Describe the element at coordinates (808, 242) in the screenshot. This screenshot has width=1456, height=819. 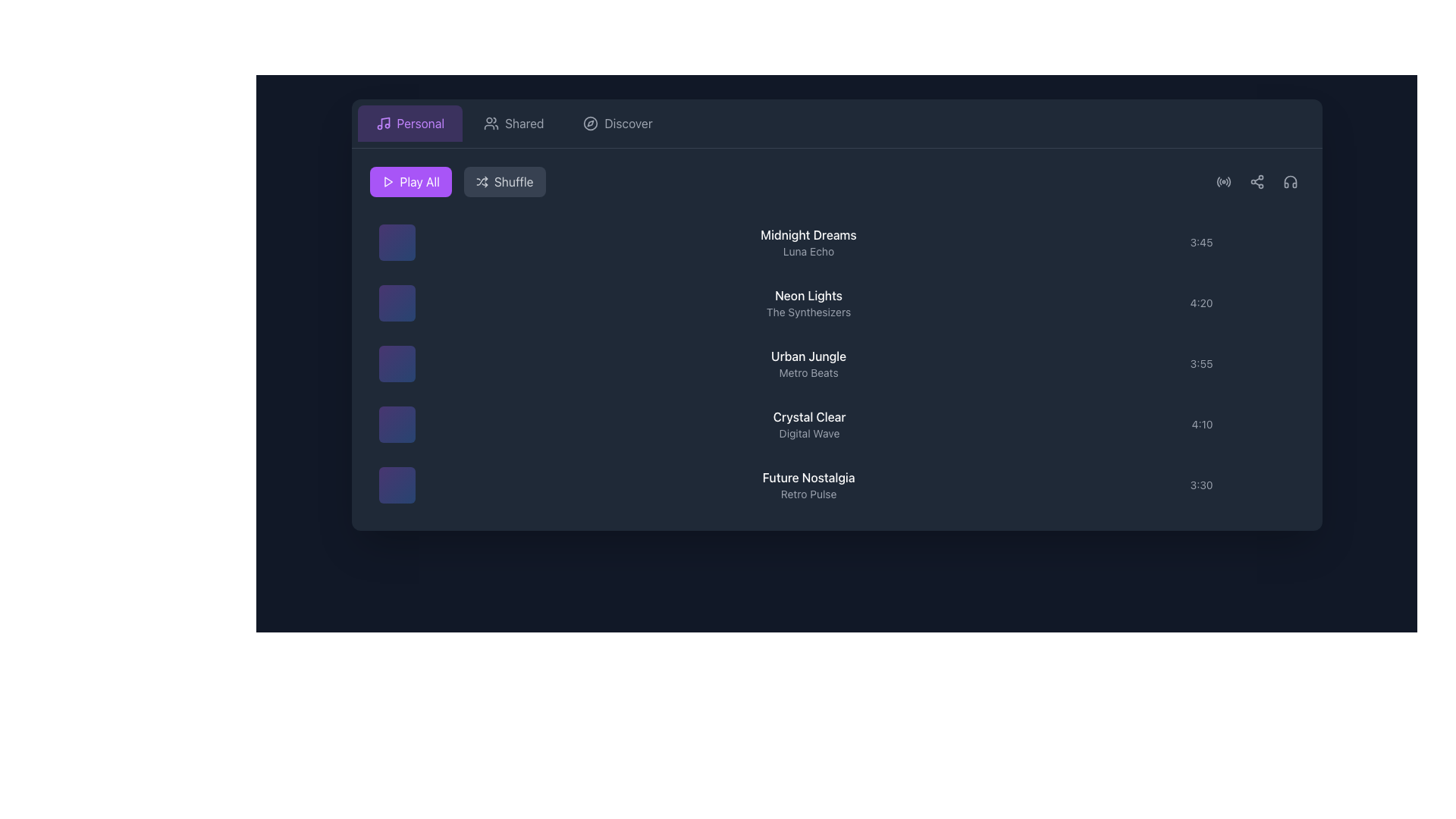
I see `the label displaying the title and artist of the music track, located in the middle of a row with an album image to the left and duration to the right` at that location.